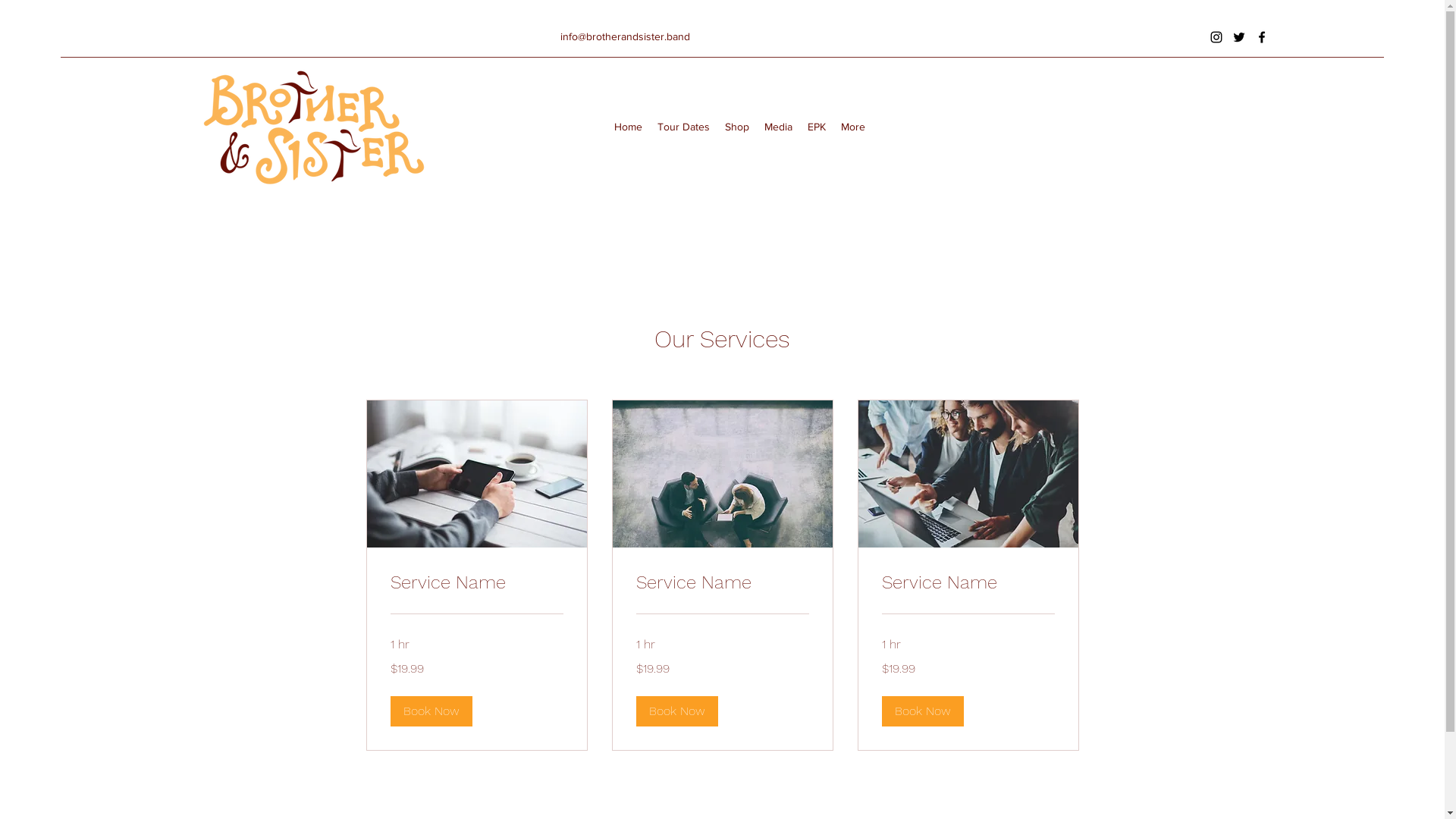 Image resolution: width=1456 pixels, height=819 pixels. What do you see at coordinates (778, 125) in the screenshot?
I see `'Media'` at bounding box center [778, 125].